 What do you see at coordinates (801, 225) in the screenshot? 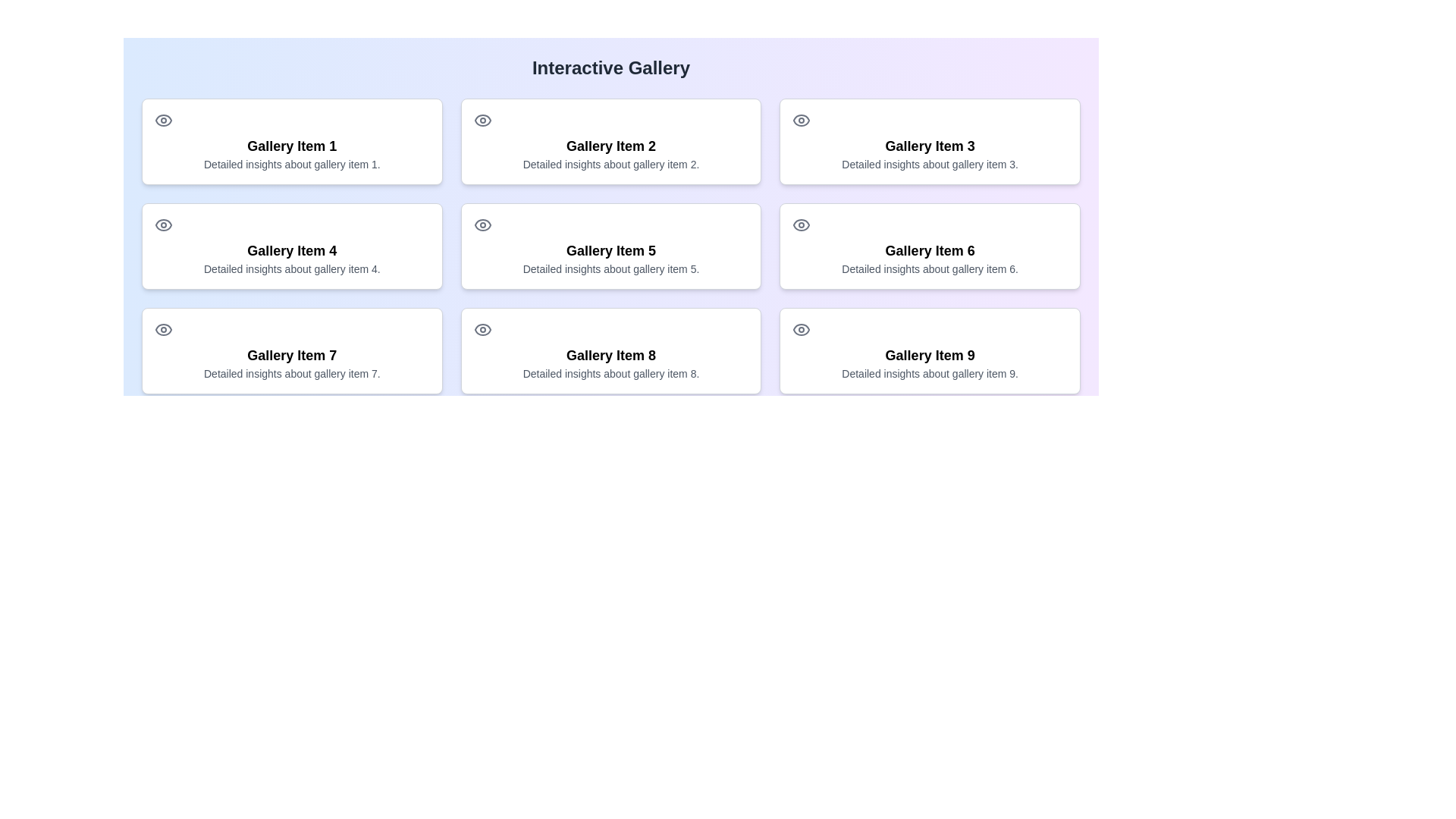
I see `the eye-shaped visibility icon located on 'Gallery Item 6' card in the second row and third column of the grid layout by clicking it` at bounding box center [801, 225].